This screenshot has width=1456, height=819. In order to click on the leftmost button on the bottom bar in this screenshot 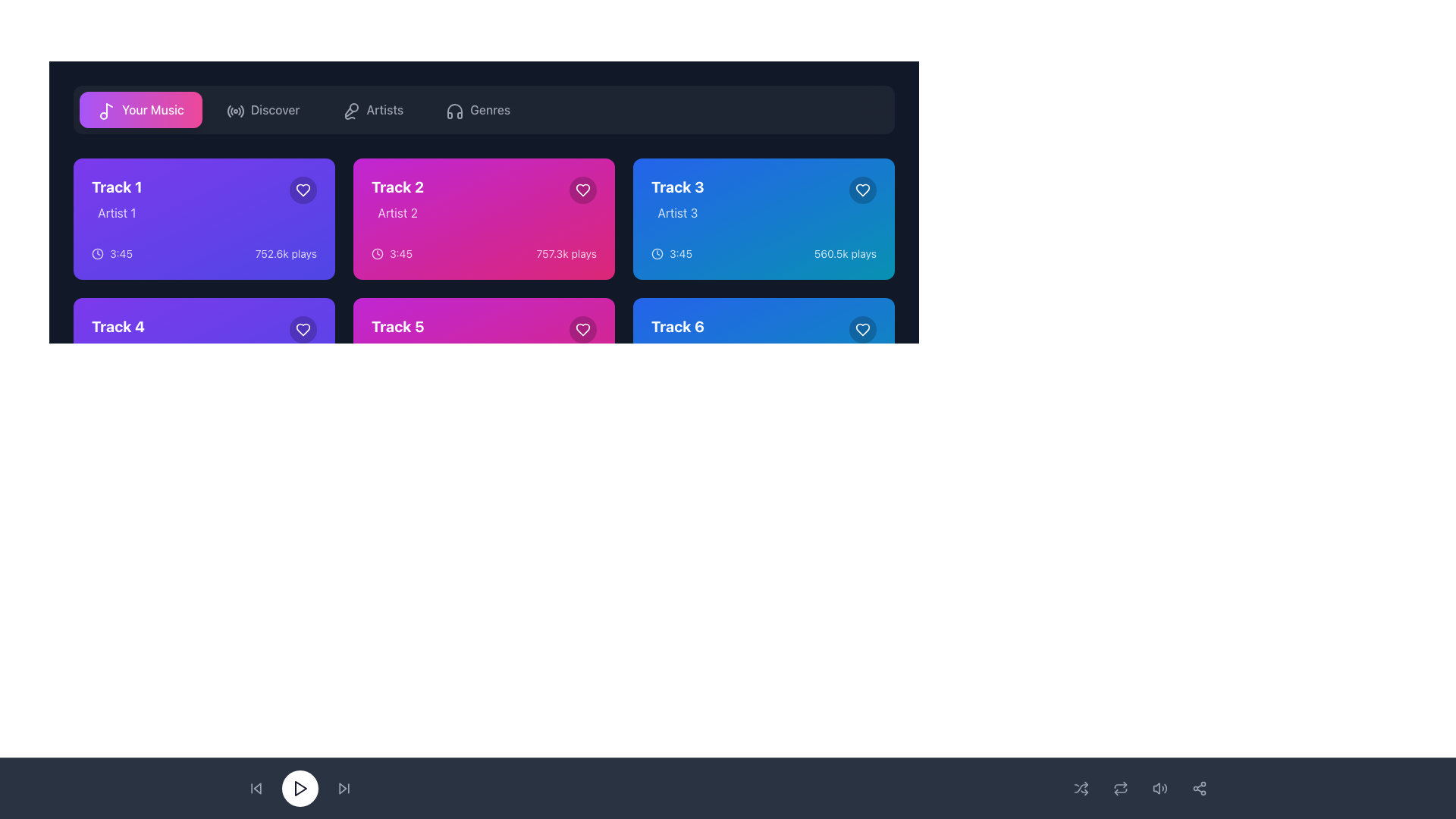, I will do `click(256, 788)`.